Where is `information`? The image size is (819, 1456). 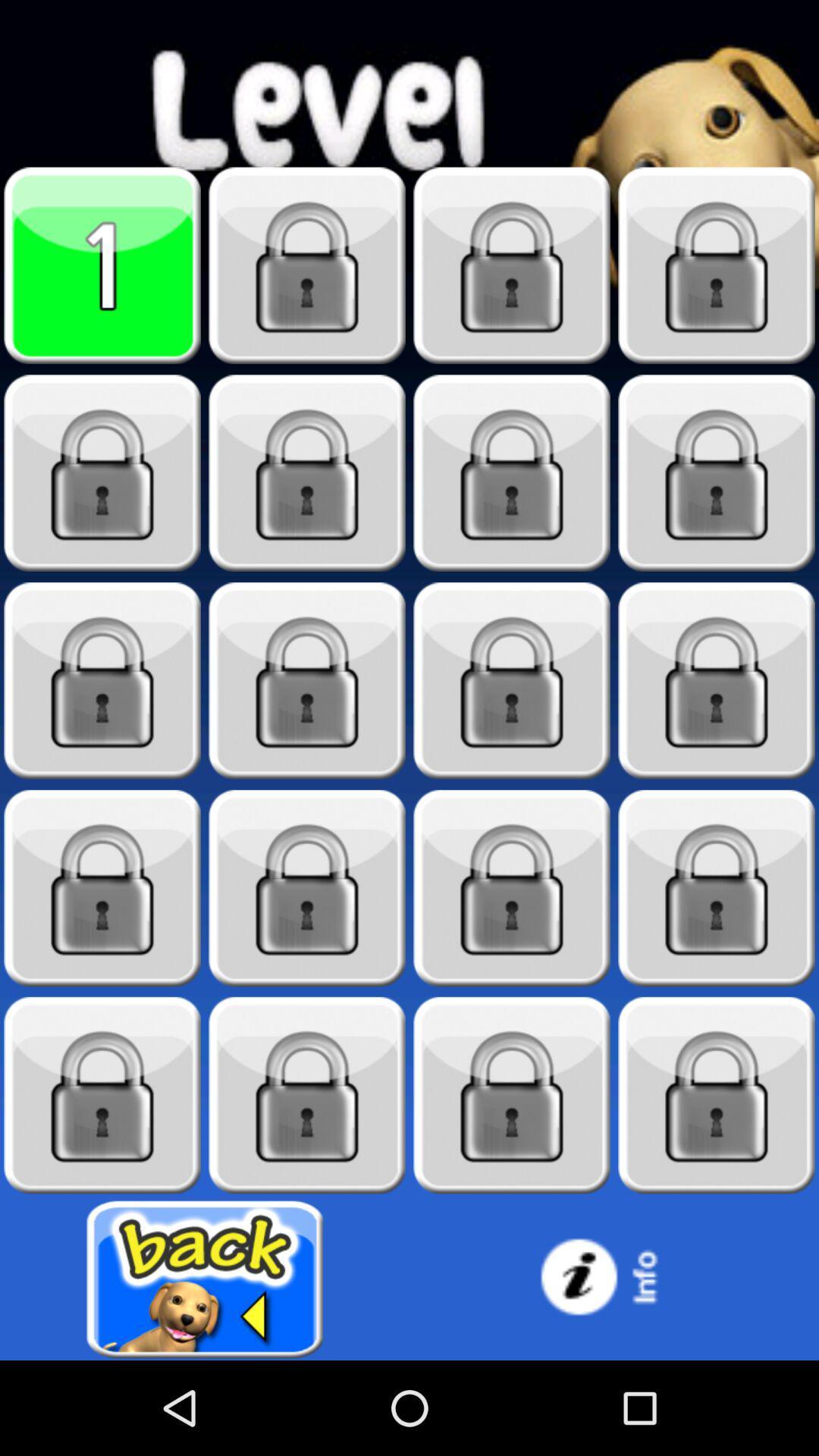
information is located at coordinates (614, 1279).